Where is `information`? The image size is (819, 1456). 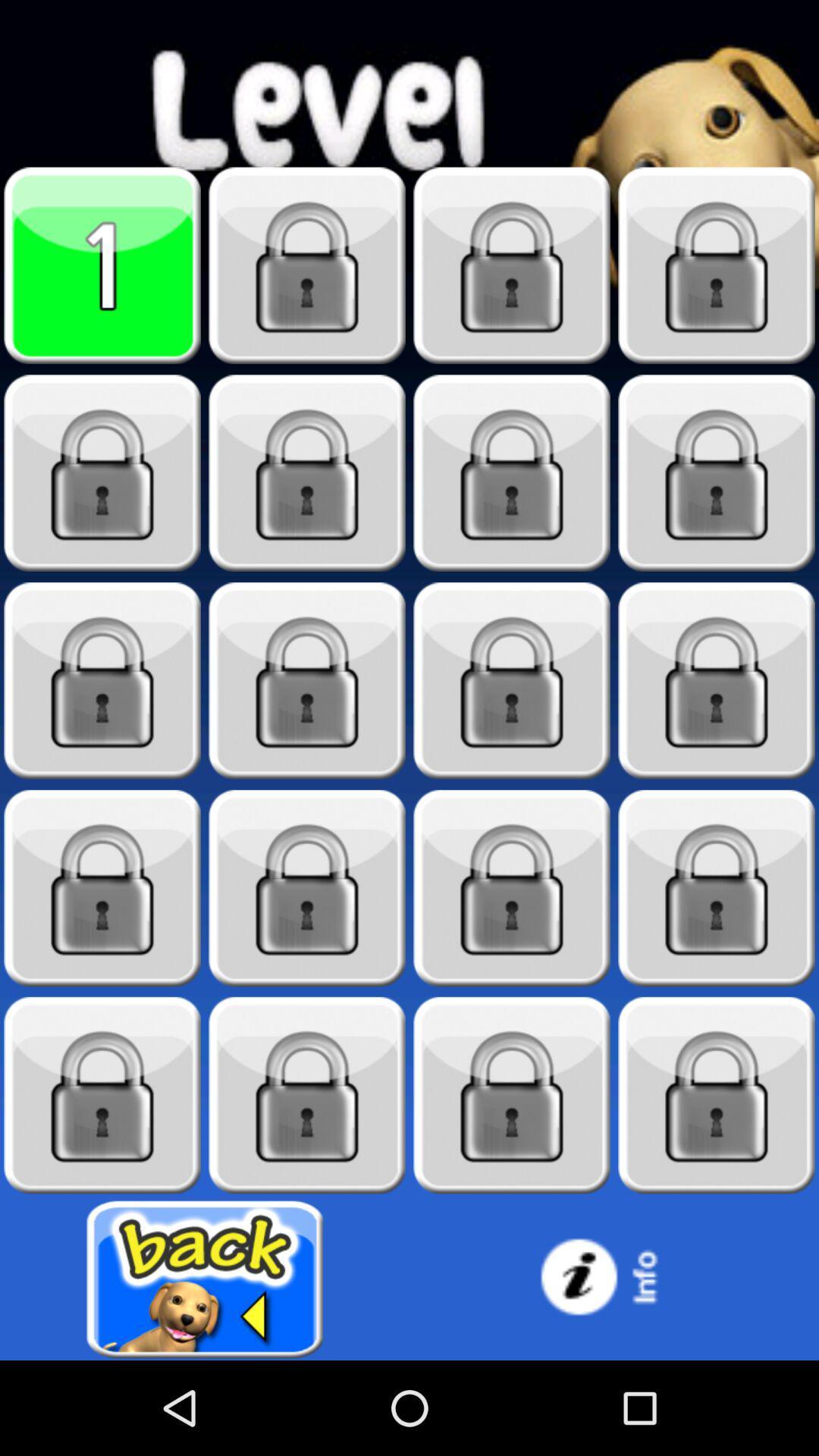
information is located at coordinates (614, 1279).